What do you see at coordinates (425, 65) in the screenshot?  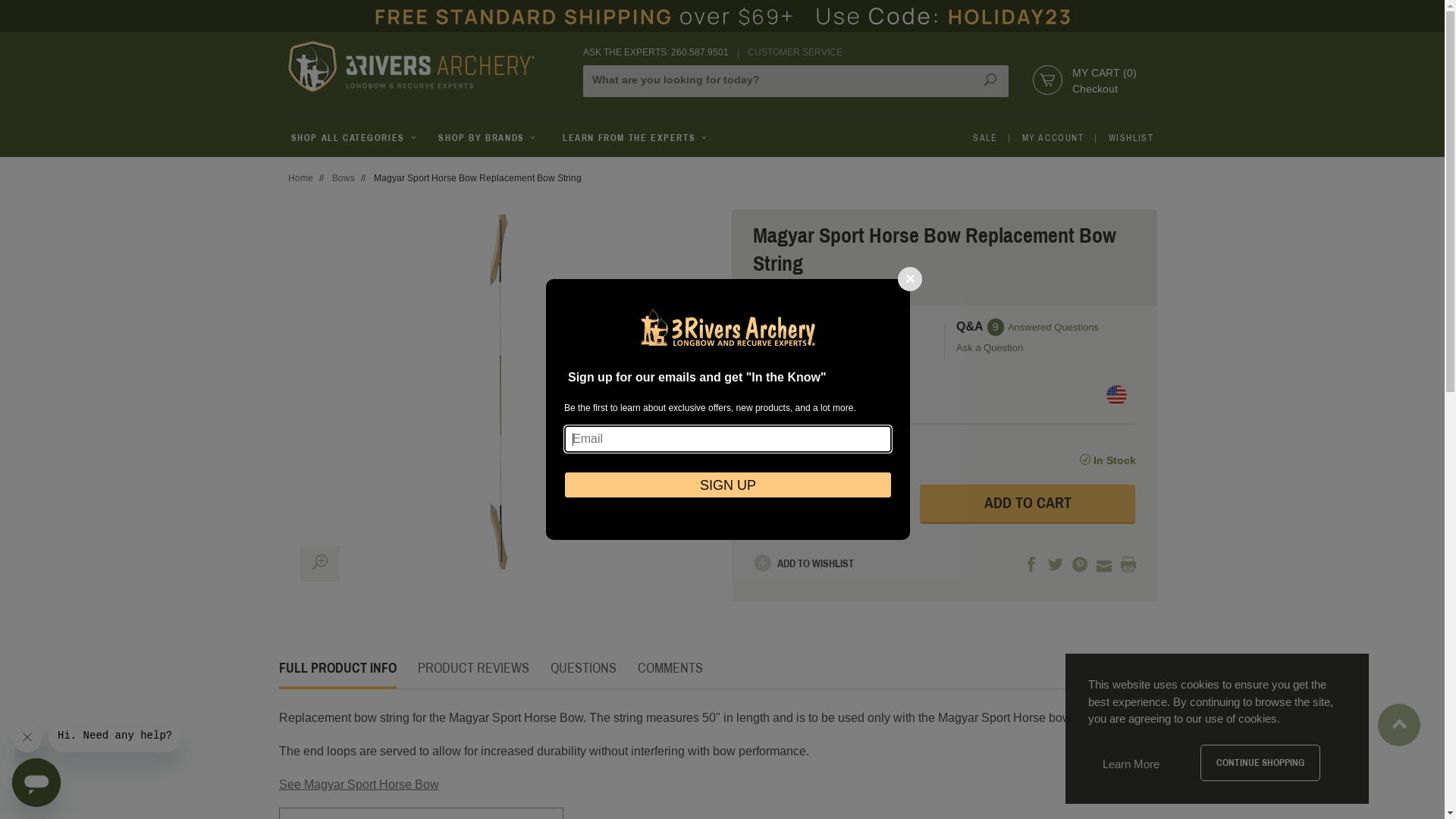 I see `'3Rivers Archery Supply'` at bounding box center [425, 65].